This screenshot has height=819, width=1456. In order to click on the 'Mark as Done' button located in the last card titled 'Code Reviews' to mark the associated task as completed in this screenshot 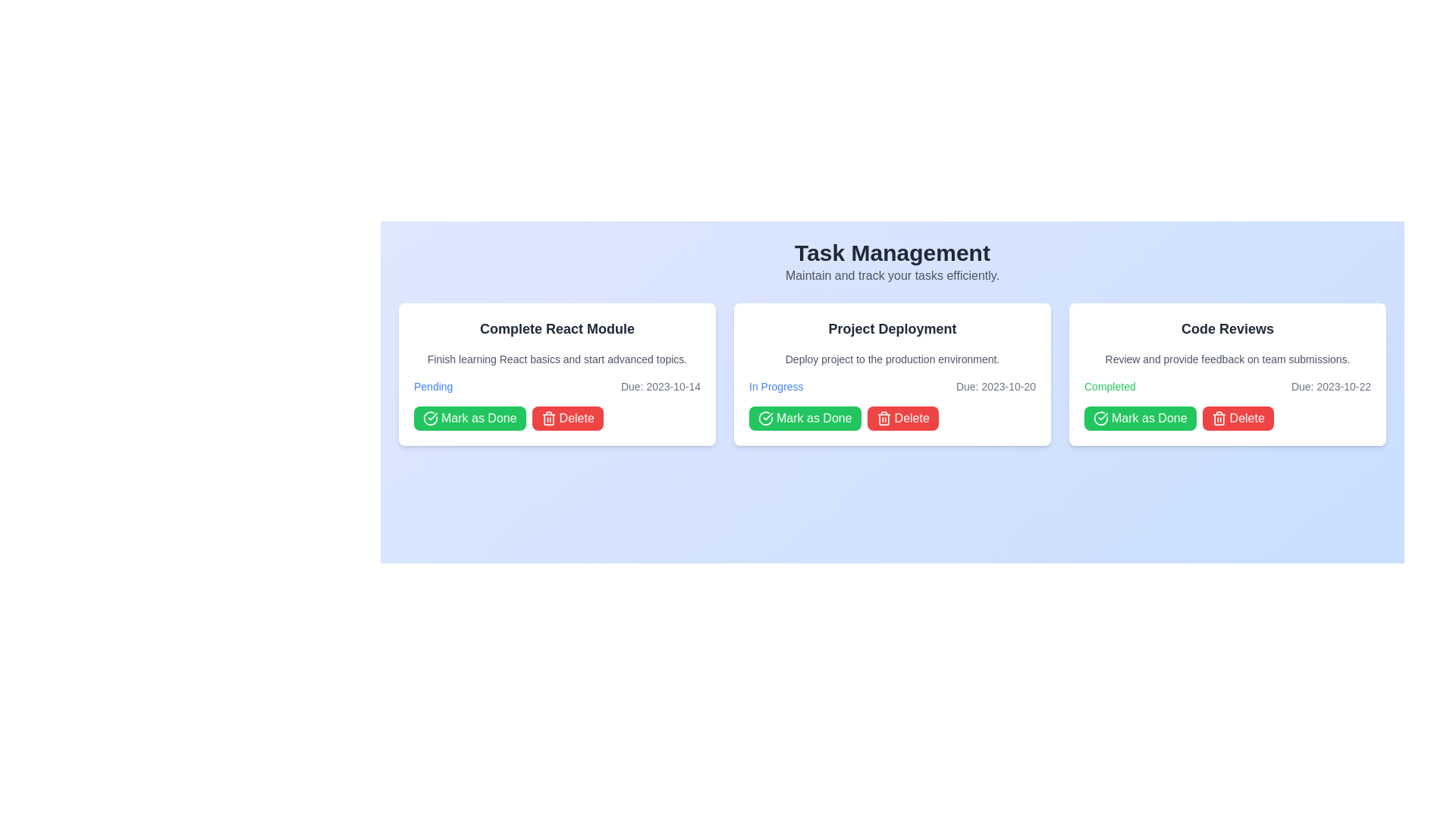, I will do `click(1140, 418)`.